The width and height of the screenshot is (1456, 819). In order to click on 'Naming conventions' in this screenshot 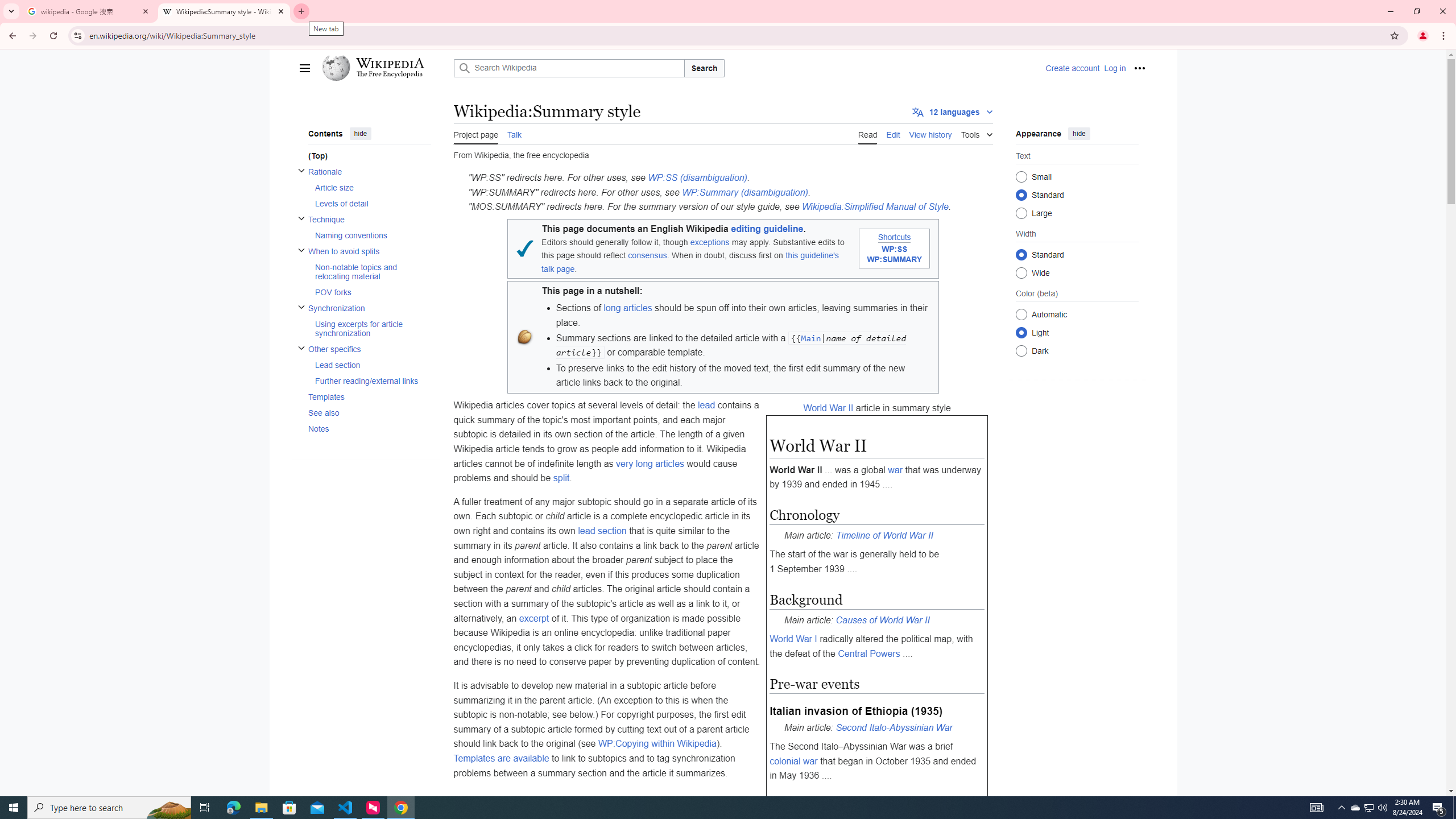, I will do `click(373, 235)`.